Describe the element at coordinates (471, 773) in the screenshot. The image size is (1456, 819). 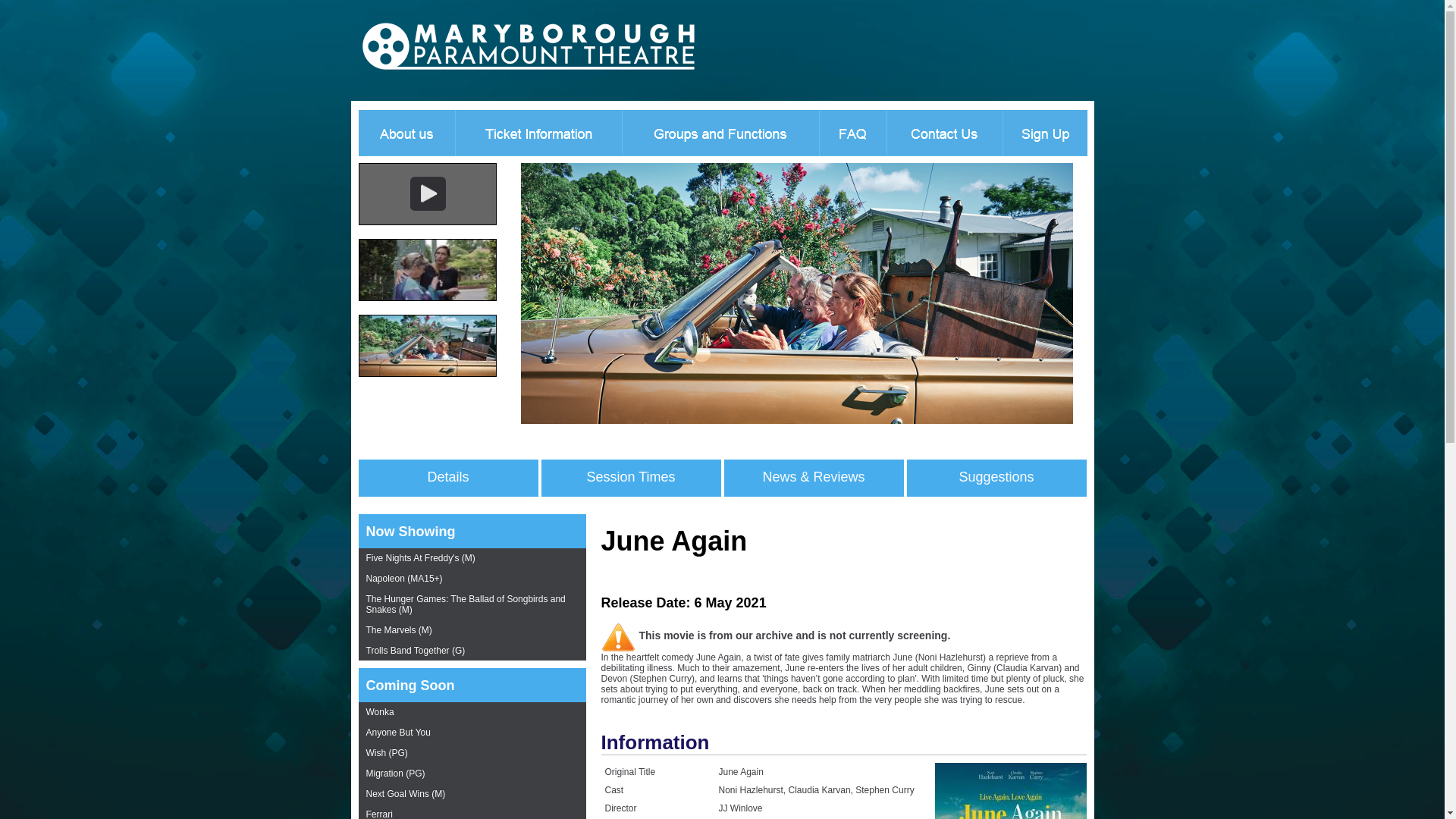
I see `'Migration (PG)'` at that location.